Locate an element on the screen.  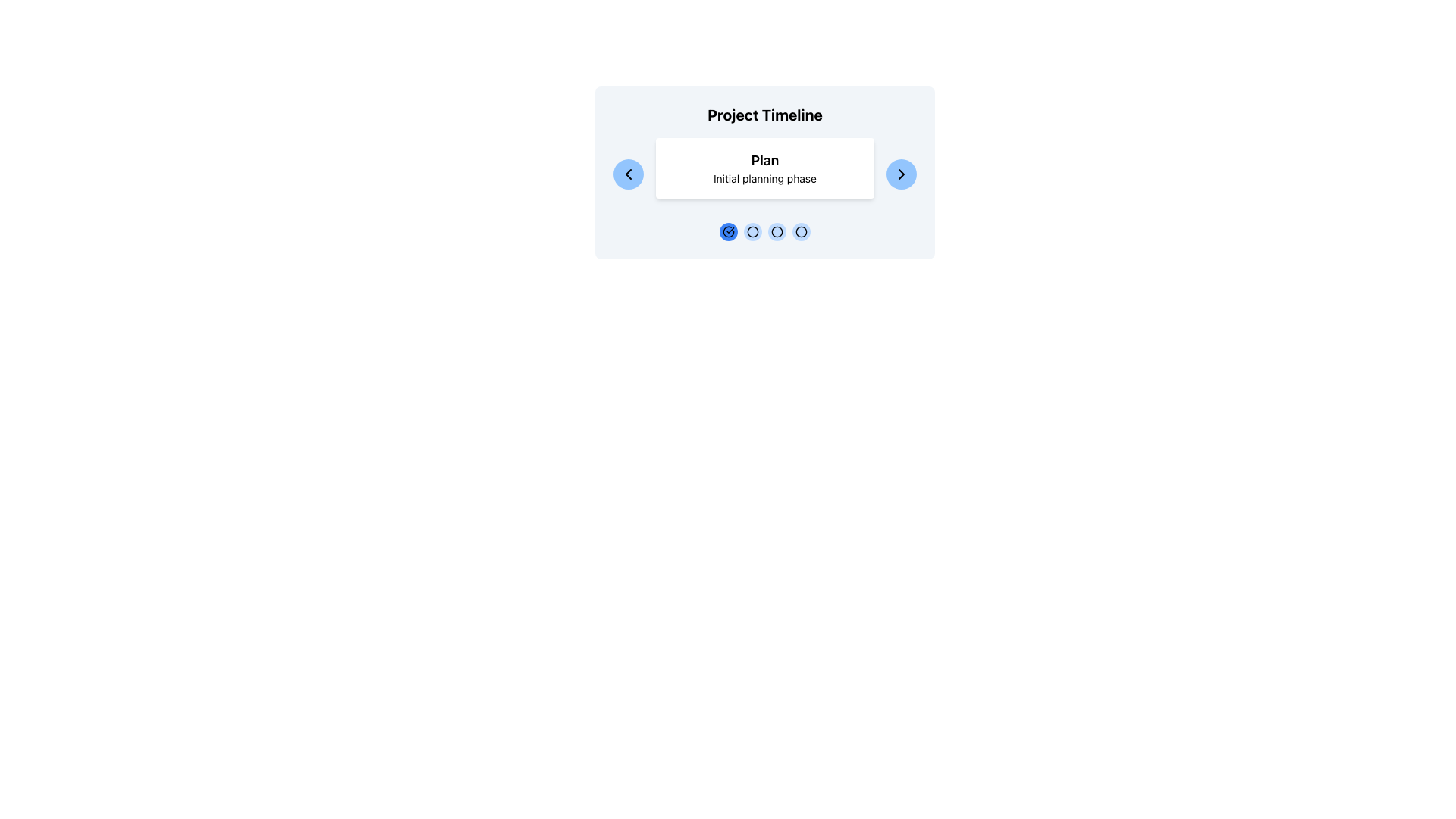
the Chevron icon within the circular button located to the right of the 'Plan - Initial planning phase' content in the 'Project Timeline' section is located at coordinates (902, 174).